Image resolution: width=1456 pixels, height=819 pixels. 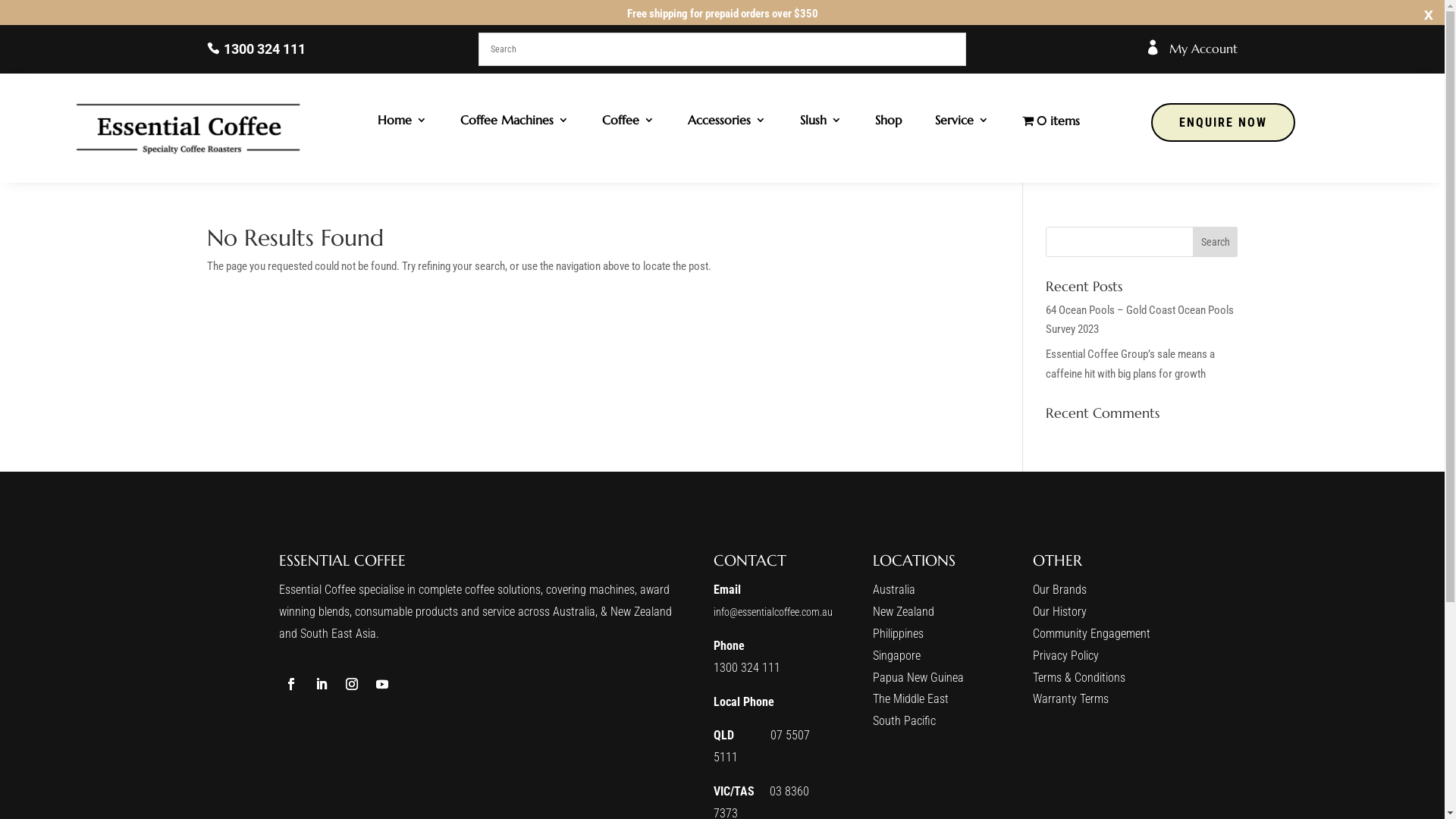 What do you see at coordinates (934, 122) in the screenshot?
I see `'Service'` at bounding box center [934, 122].